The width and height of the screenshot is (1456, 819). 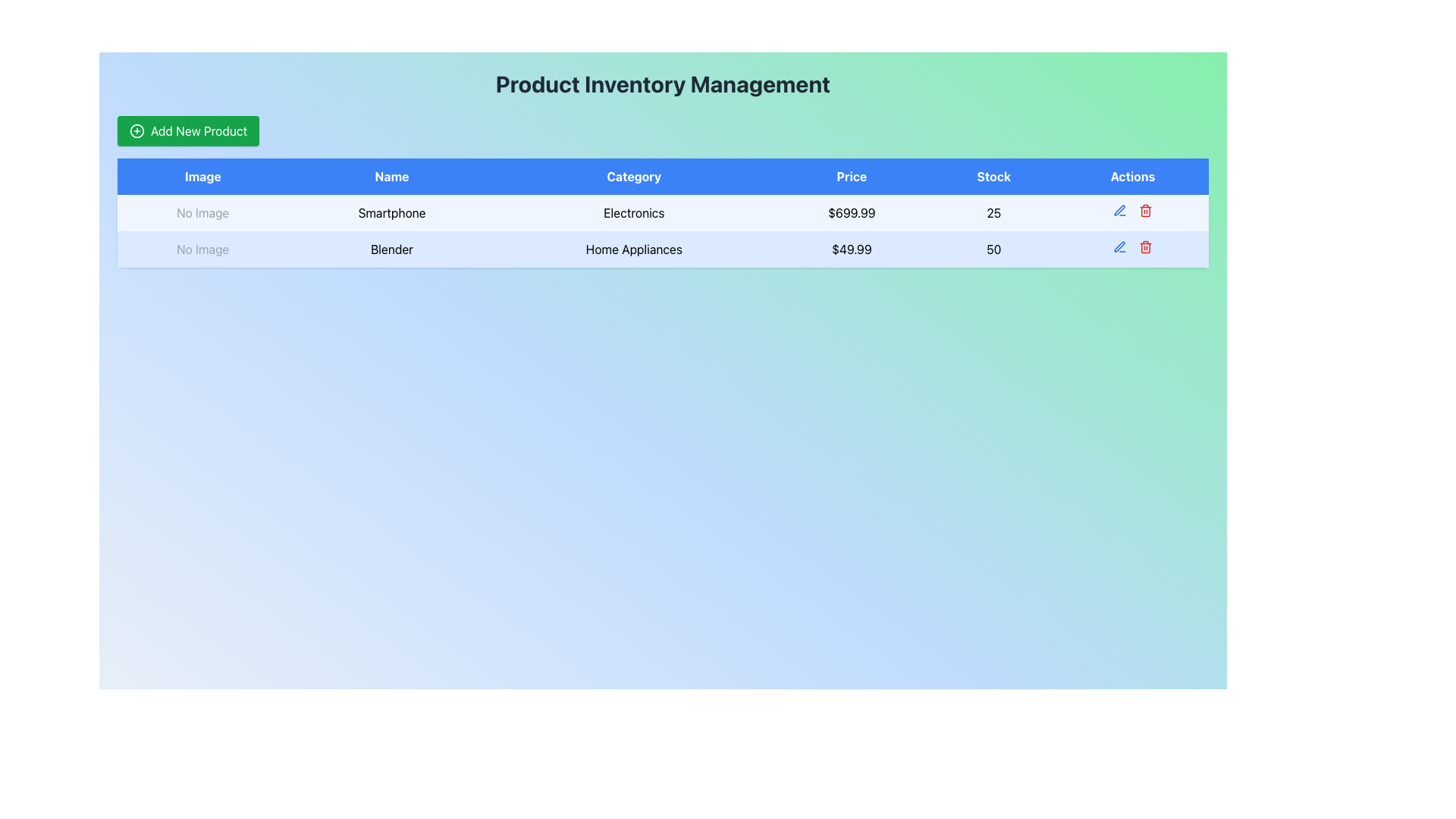 What do you see at coordinates (392, 213) in the screenshot?
I see `the text element representing the name or title of an item in the tabular product inventory system, located in the 'Name' column of the first data row` at bounding box center [392, 213].